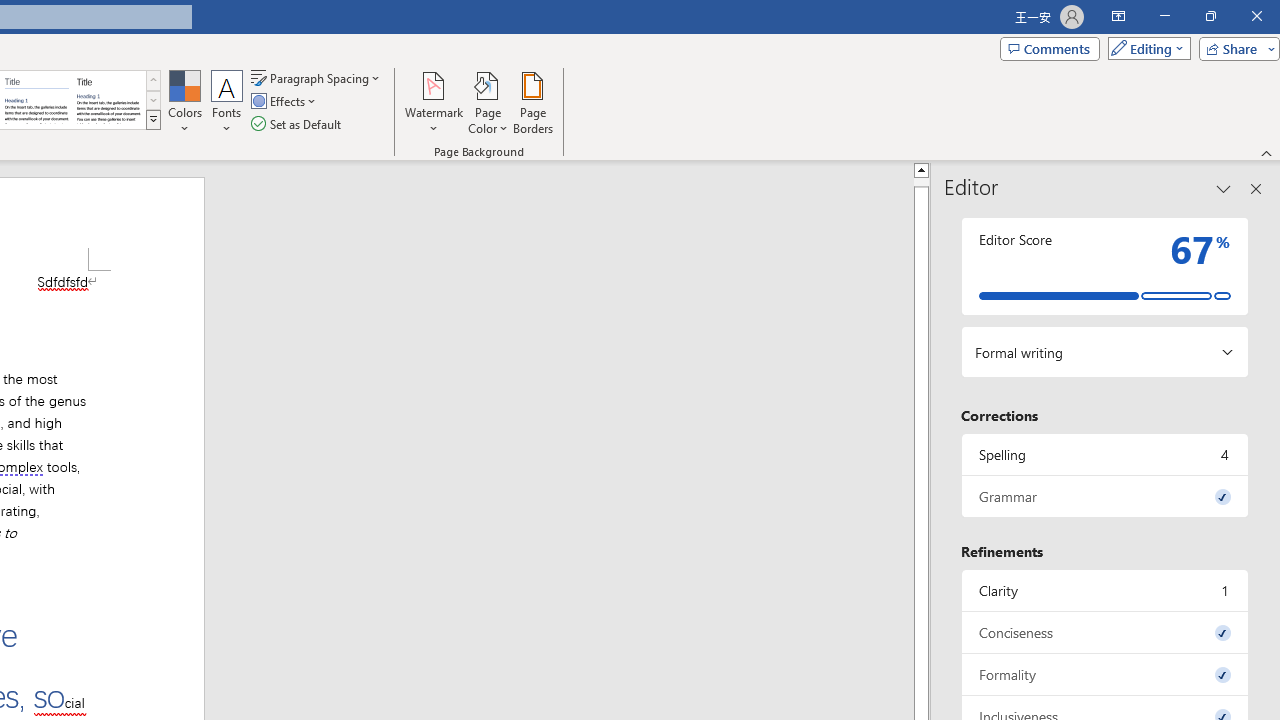  I want to click on 'Page Color', so click(488, 103).